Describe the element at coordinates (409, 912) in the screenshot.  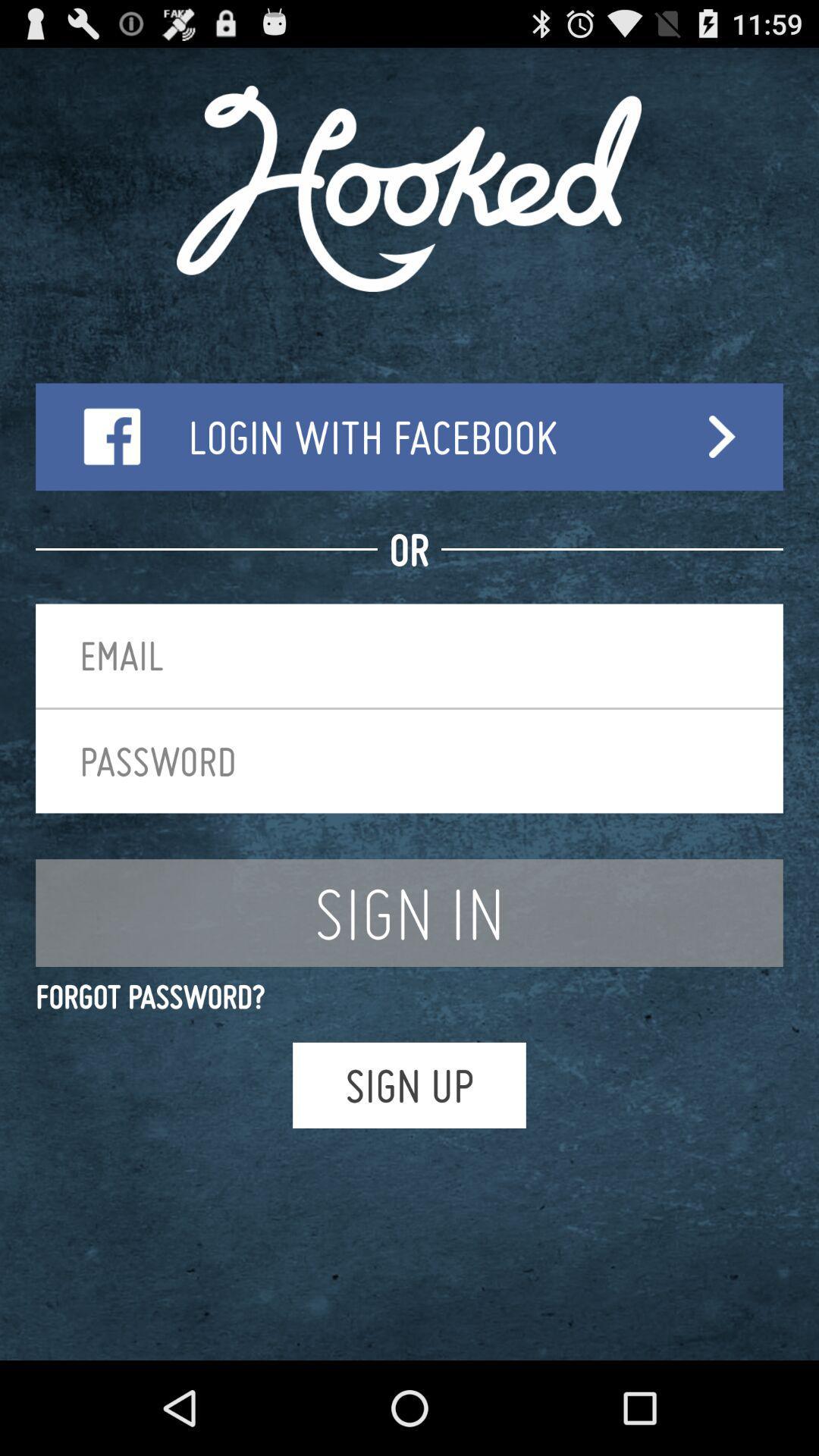
I see `the sign in icon` at that location.